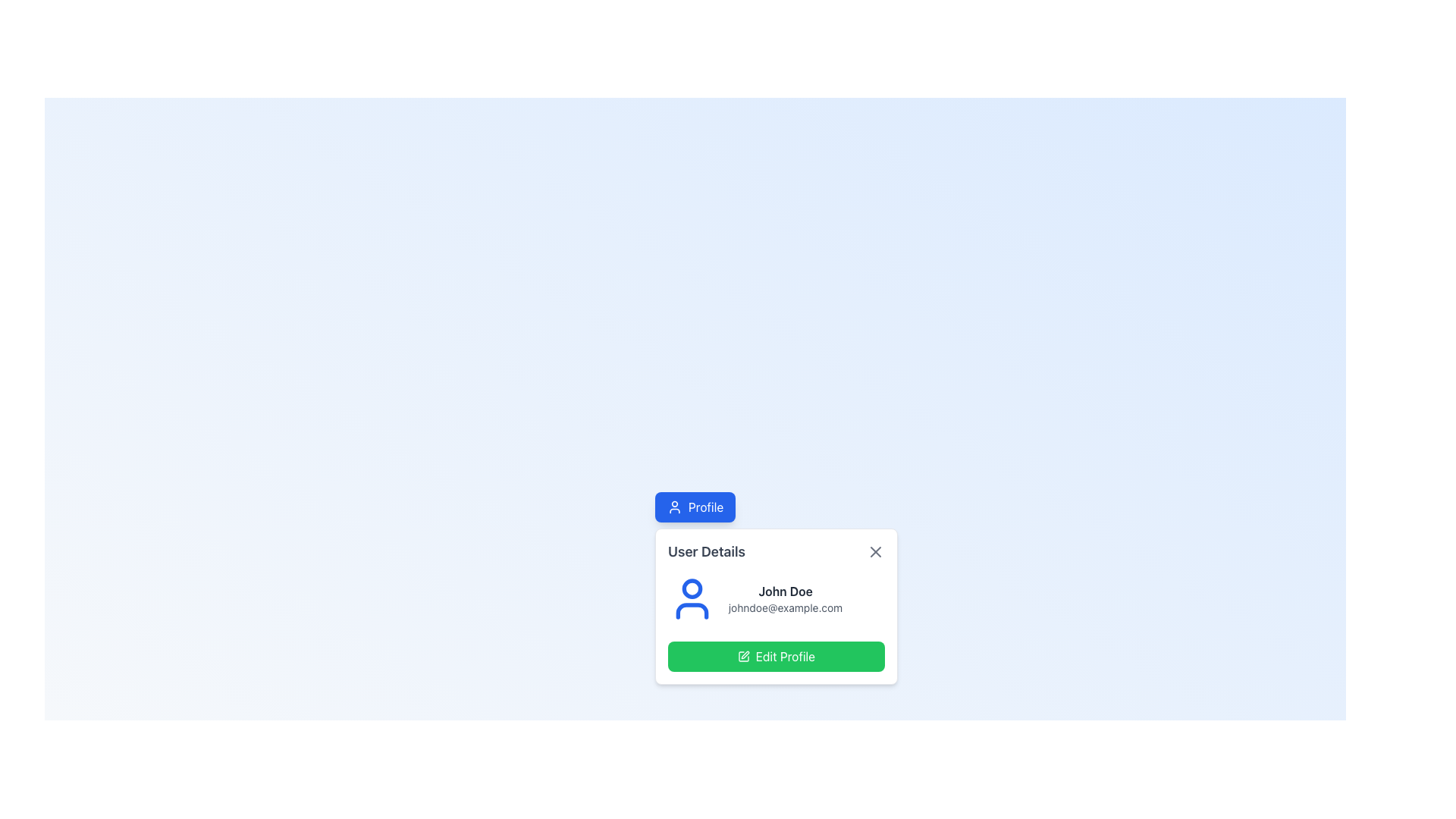 Image resolution: width=1456 pixels, height=819 pixels. What do you see at coordinates (776, 598) in the screenshot?
I see `the composite element displaying the user details for 'John Doe' with the email 'johndoe@example.com', which includes a blue silhouette icon and is located in the 'User Details' modal above the 'Edit Profile' button` at bounding box center [776, 598].